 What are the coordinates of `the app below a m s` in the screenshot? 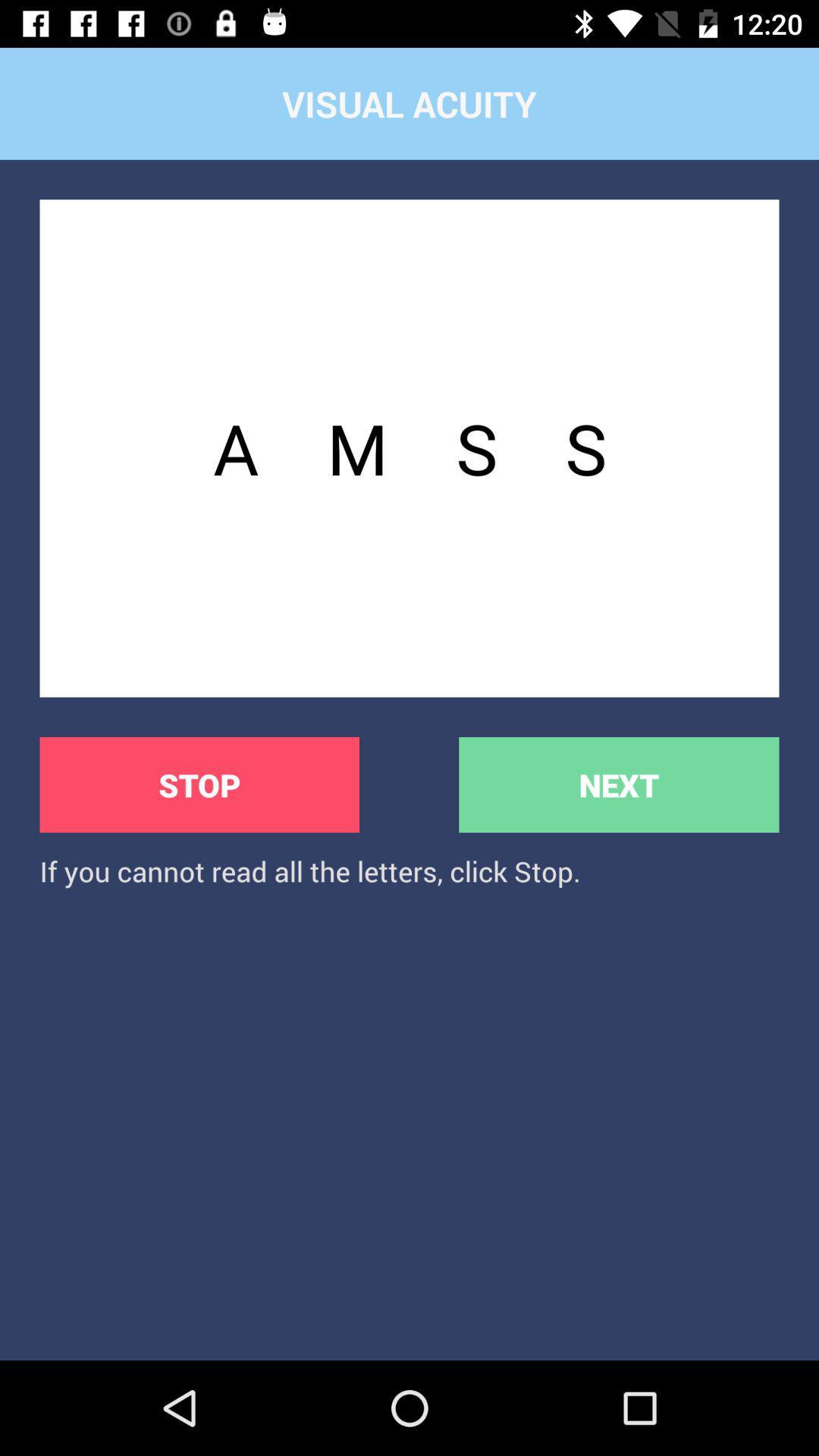 It's located at (619, 785).